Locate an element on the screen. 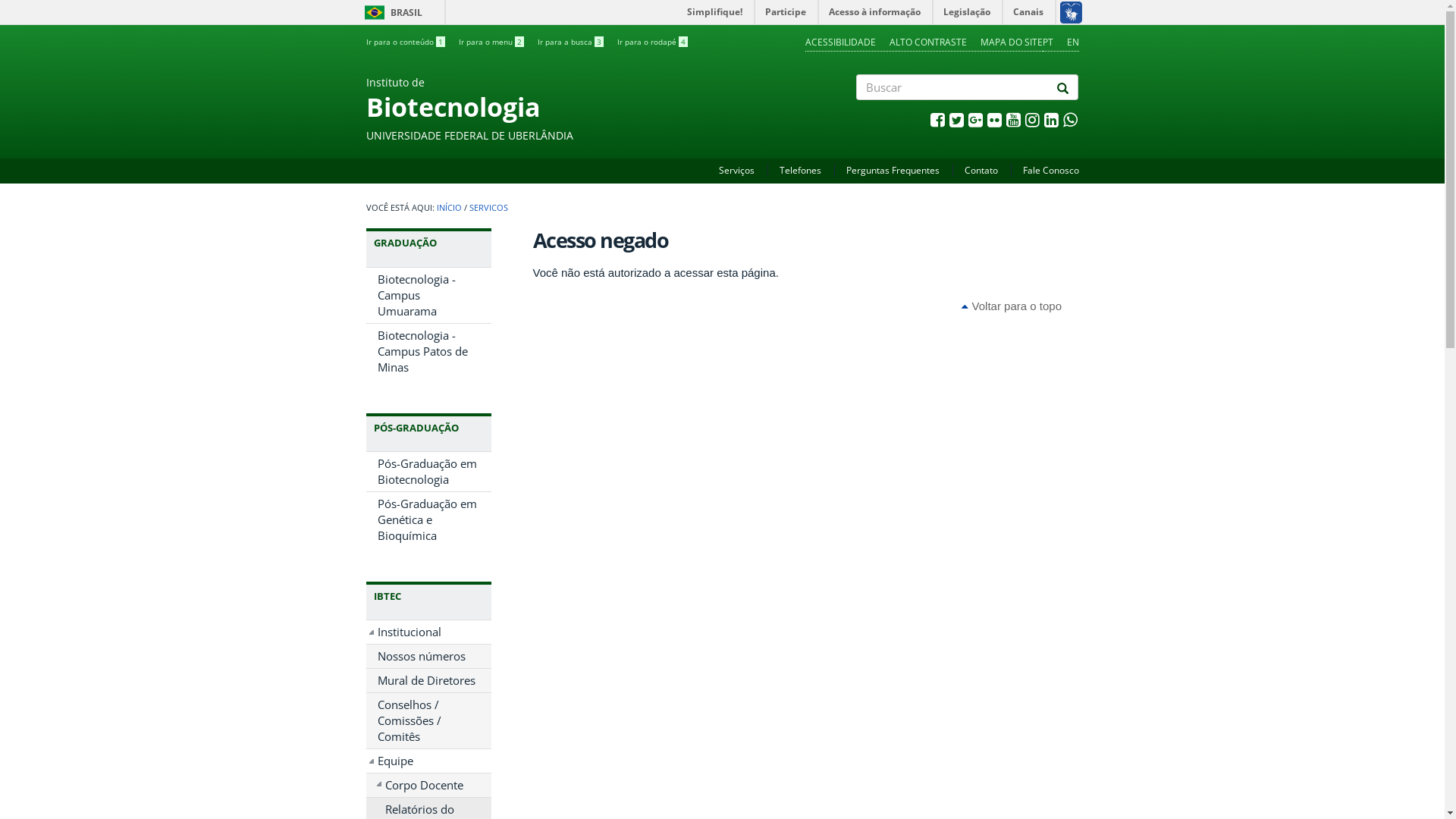 The image size is (1456, 819). 'Ir para o menu 2' is located at coordinates (491, 40).